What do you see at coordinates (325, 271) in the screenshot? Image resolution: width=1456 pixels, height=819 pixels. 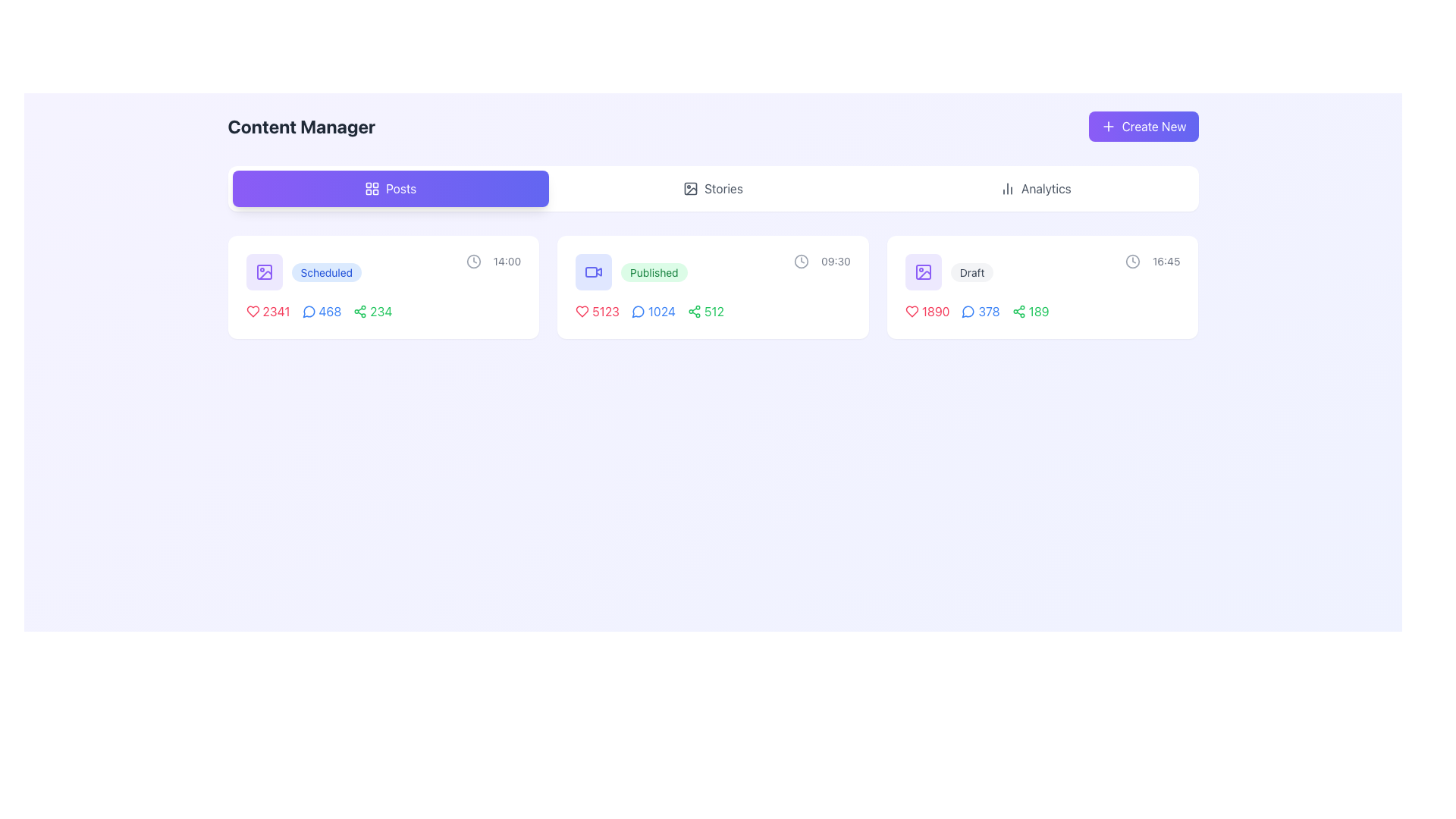 I see `the 'Scheduled' status label located below the 'Content Manager' title on the leftmost card in a grid of three cards` at bounding box center [325, 271].